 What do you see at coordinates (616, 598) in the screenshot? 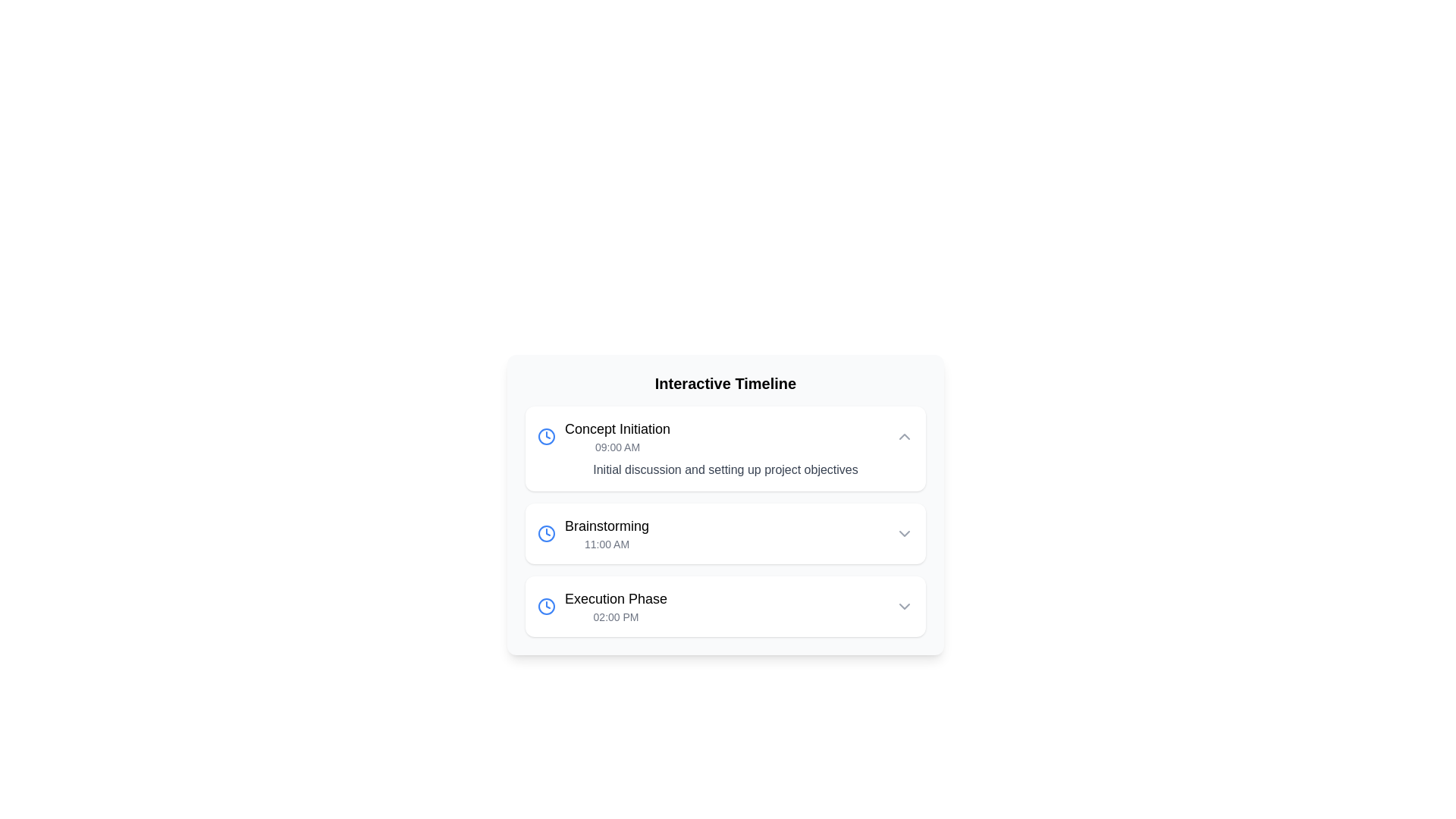
I see `the 'Execution Phase' text label, which is a bold header` at bounding box center [616, 598].